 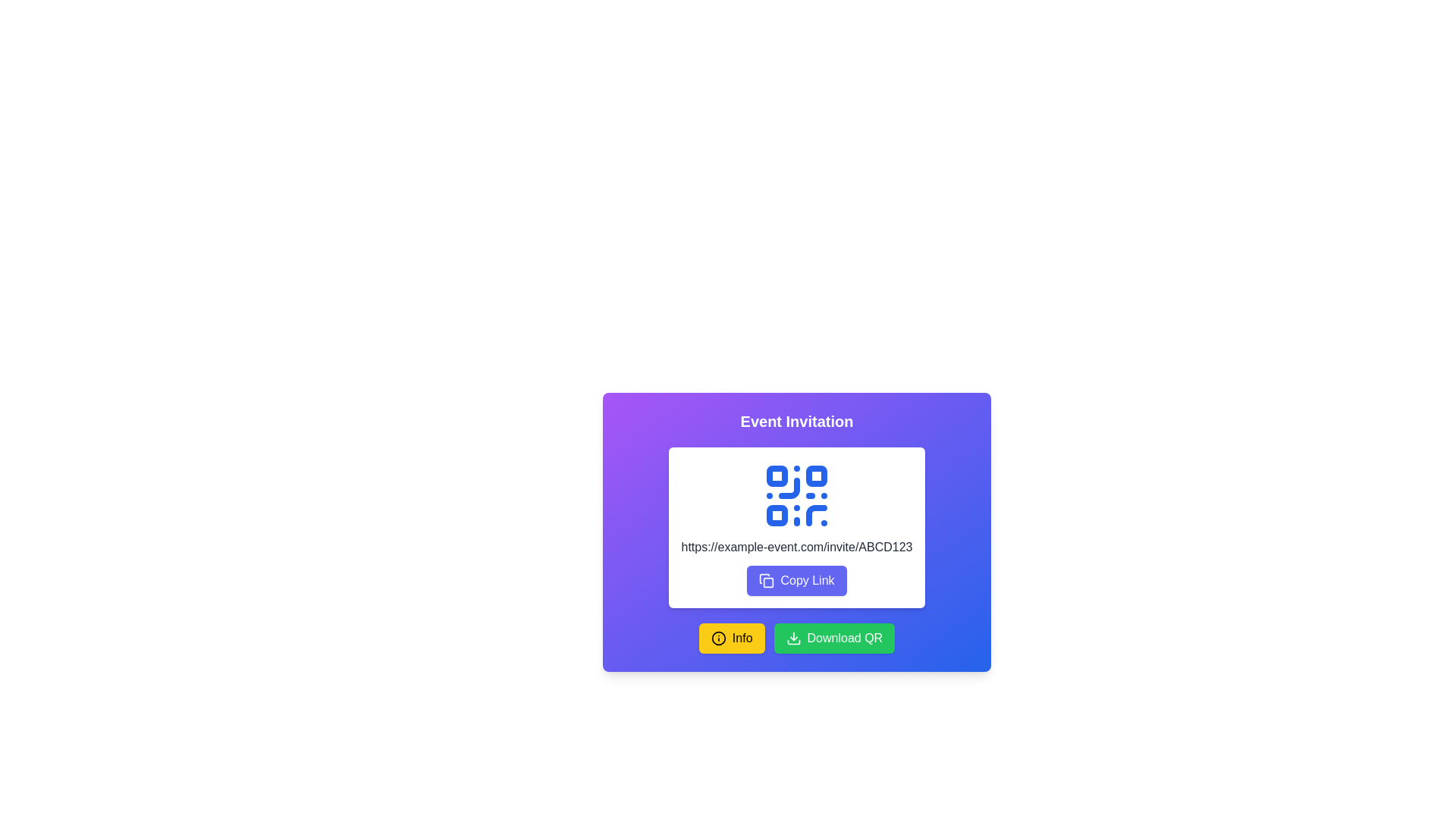 I want to click on the Text Display Element that presents a URL, located centrally within the card UI, beneath the QR code icon and above the 'Copy Link' button, so click(x=796, y=547).